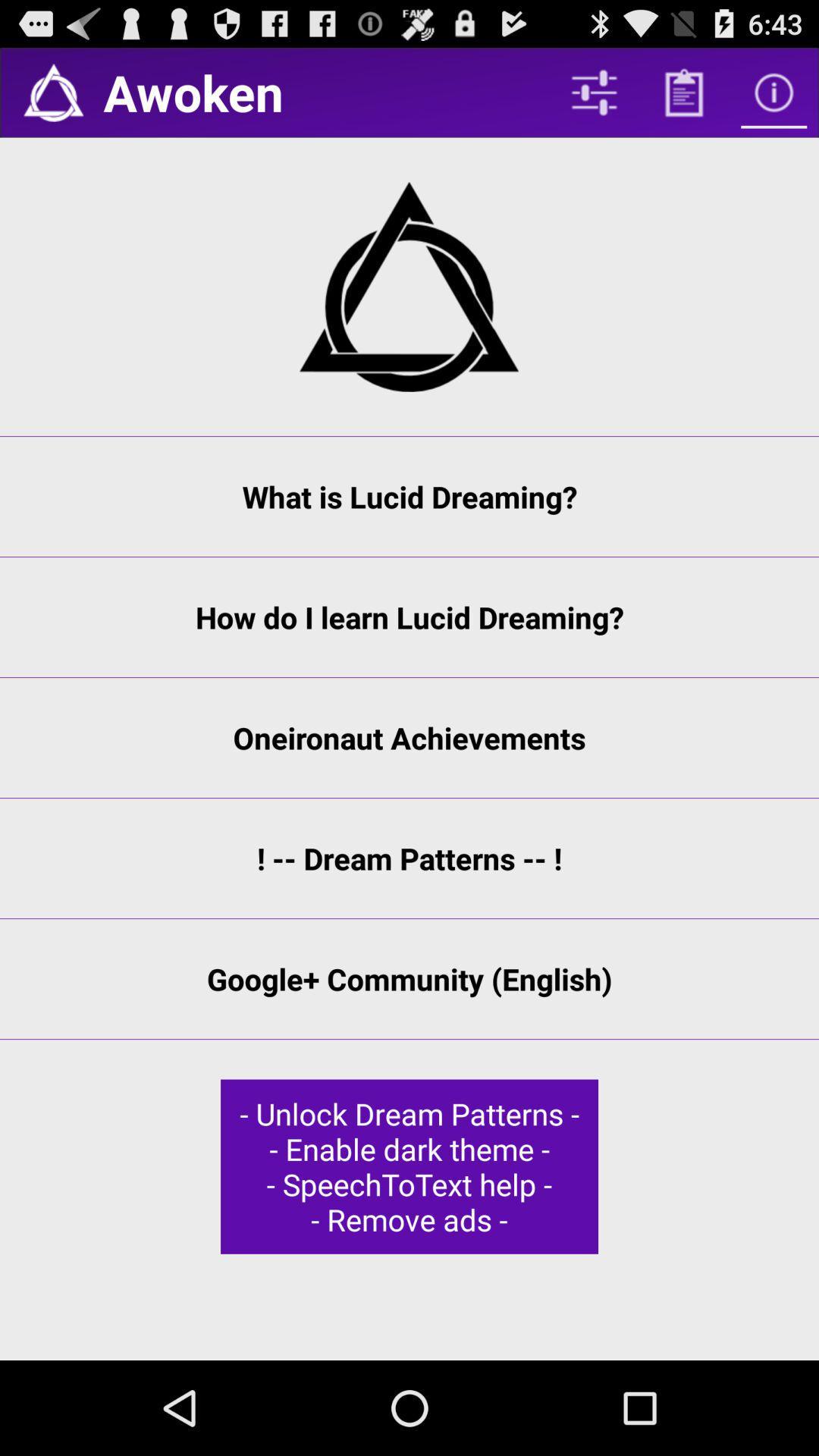 This screenshot has height=1456, width=819. Describe the element at coordinates (593, 92) in the screenshot. I see `the item to the right of the awoken icon` at that location.